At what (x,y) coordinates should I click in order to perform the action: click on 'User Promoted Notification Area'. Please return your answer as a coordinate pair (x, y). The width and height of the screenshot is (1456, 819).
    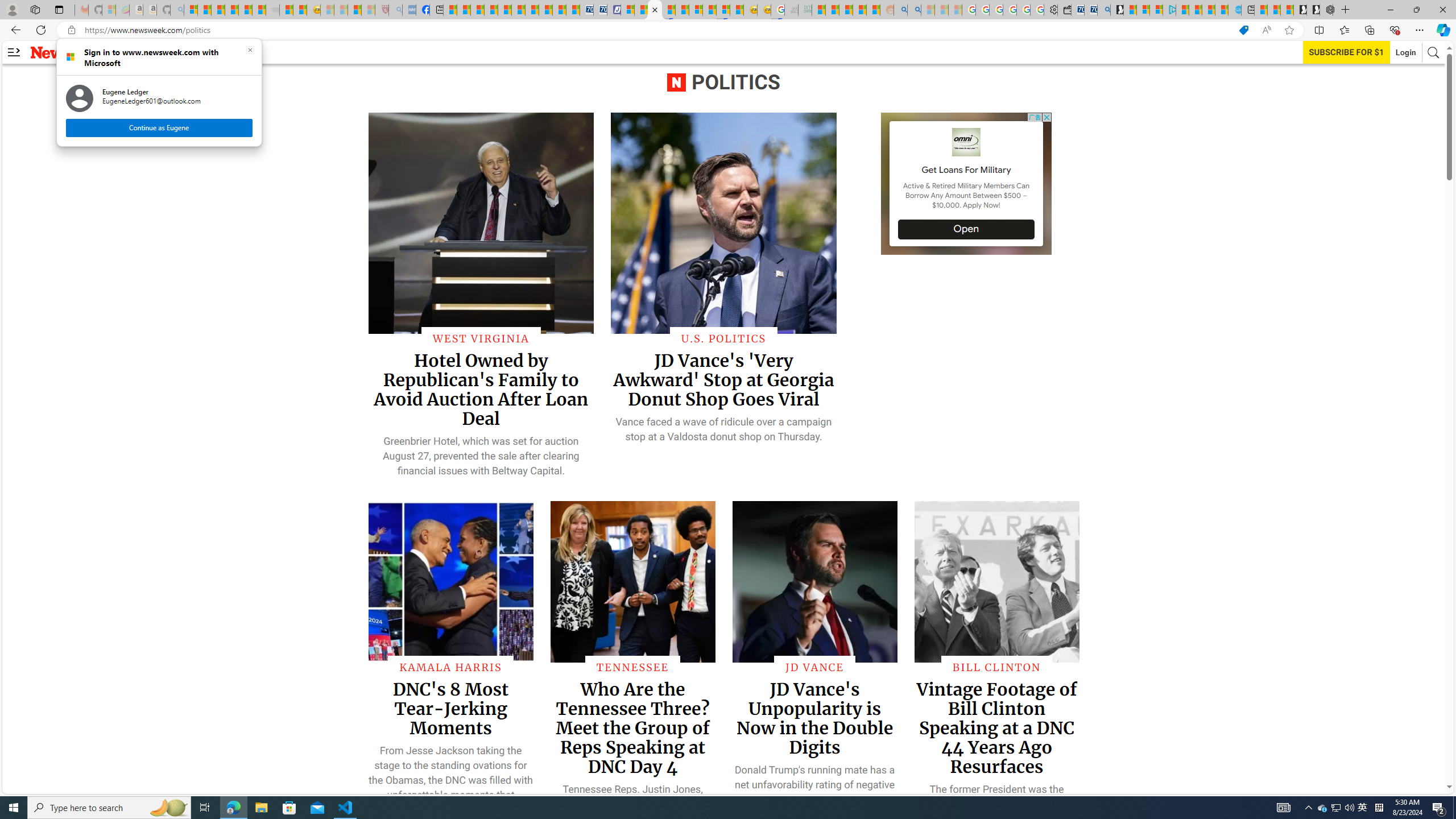
    Looking at the image, I should click on (1336, 806).